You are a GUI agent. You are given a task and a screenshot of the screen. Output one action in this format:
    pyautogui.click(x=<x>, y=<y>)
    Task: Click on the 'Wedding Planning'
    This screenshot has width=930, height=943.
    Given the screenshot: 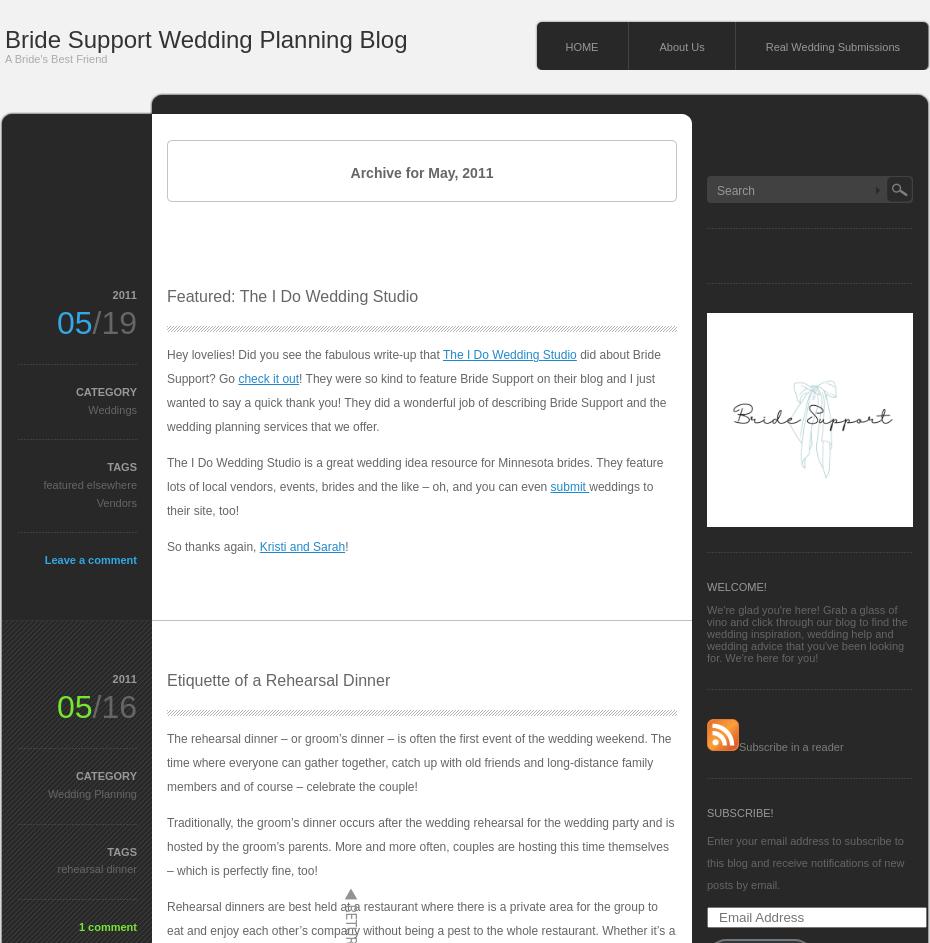 What is the action you would take?
    pyautogui.click(x=91, y=791)
    